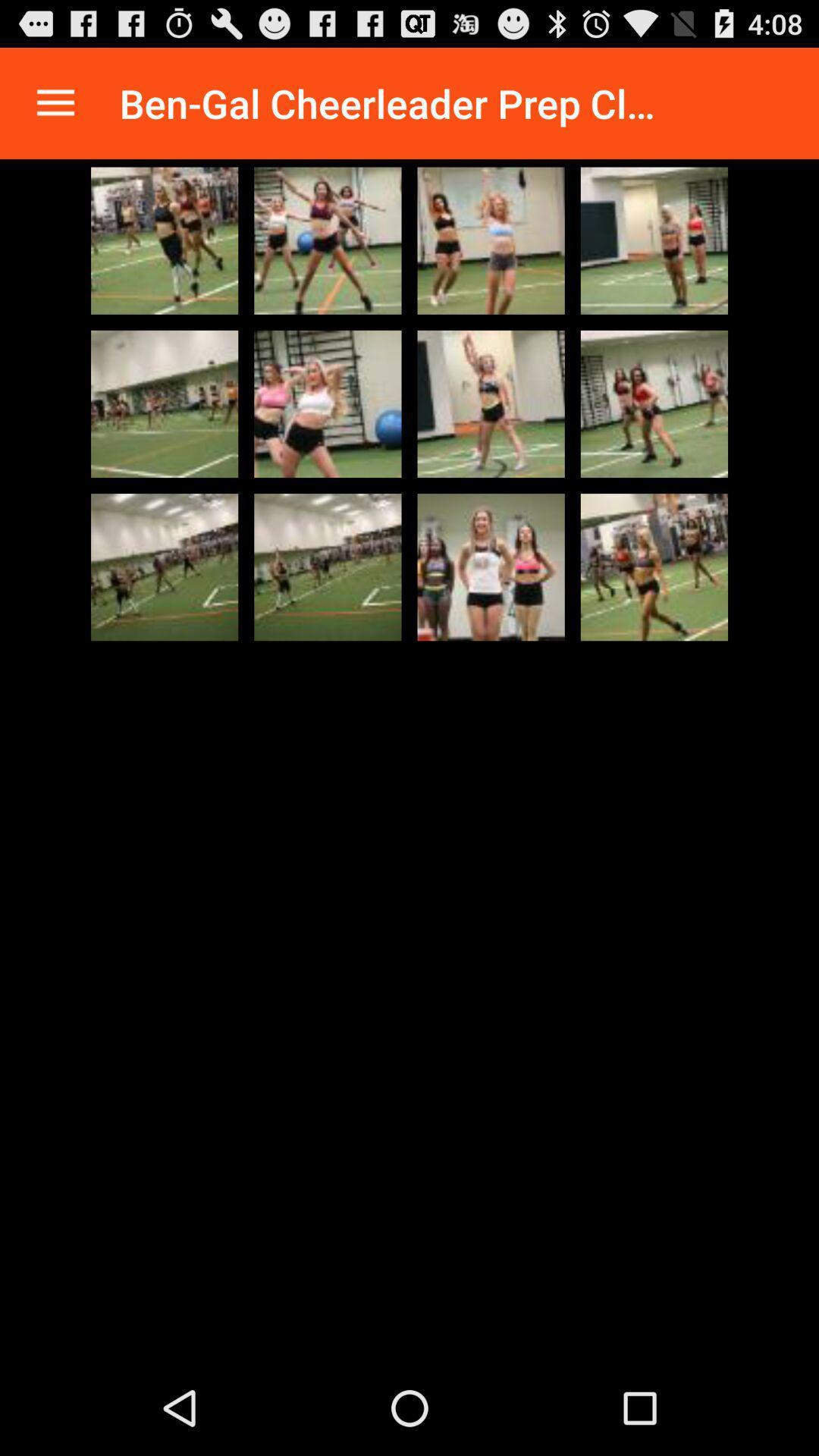 The height and width of the screenshot is (1456, 819). What do you see at coordinates (491, 403) in the screenshot?
I see `selected photo` at bounding box center [491, 403].